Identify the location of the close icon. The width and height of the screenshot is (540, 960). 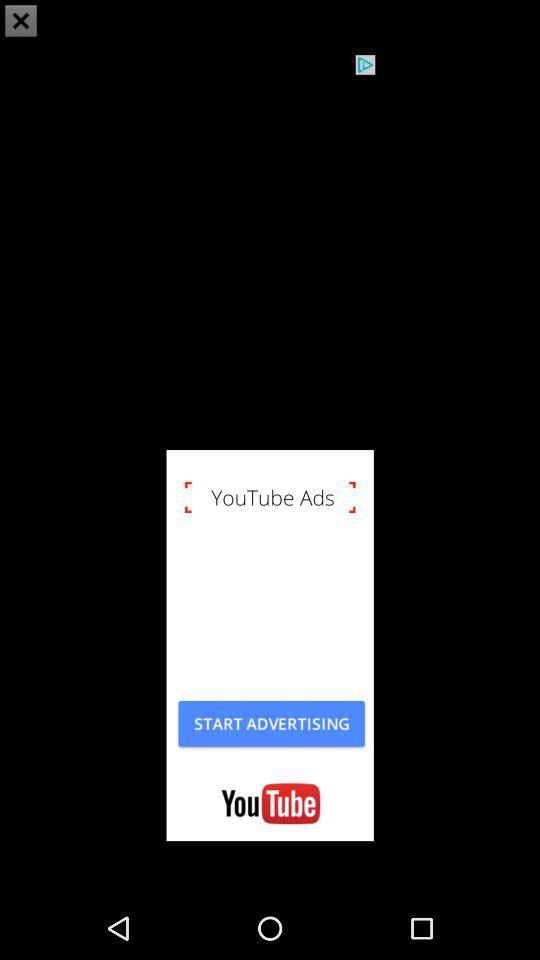
(20, 21).